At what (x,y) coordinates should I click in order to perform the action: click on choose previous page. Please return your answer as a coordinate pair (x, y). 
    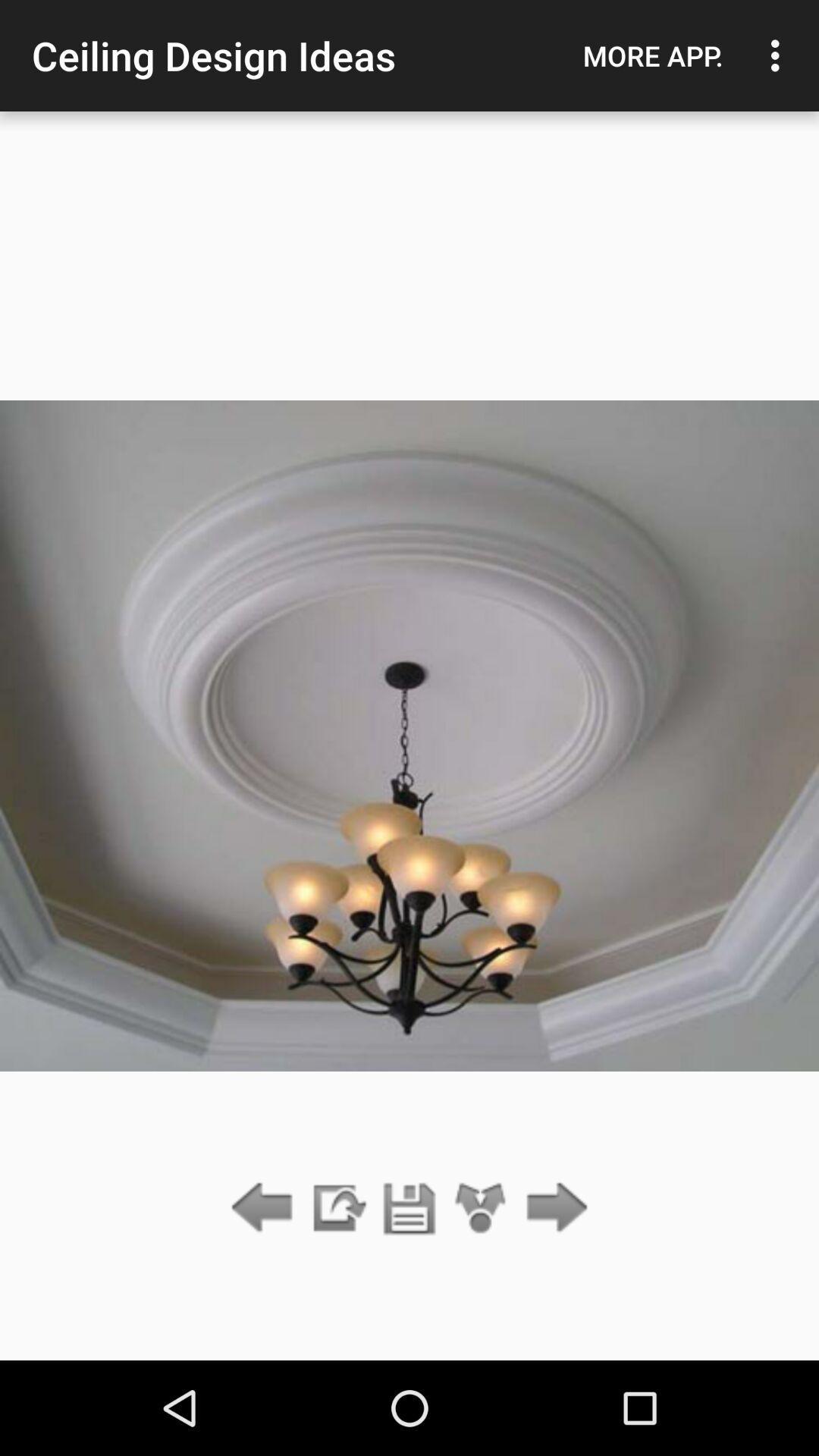
    Looking at the image, I should click on (265, 1208).